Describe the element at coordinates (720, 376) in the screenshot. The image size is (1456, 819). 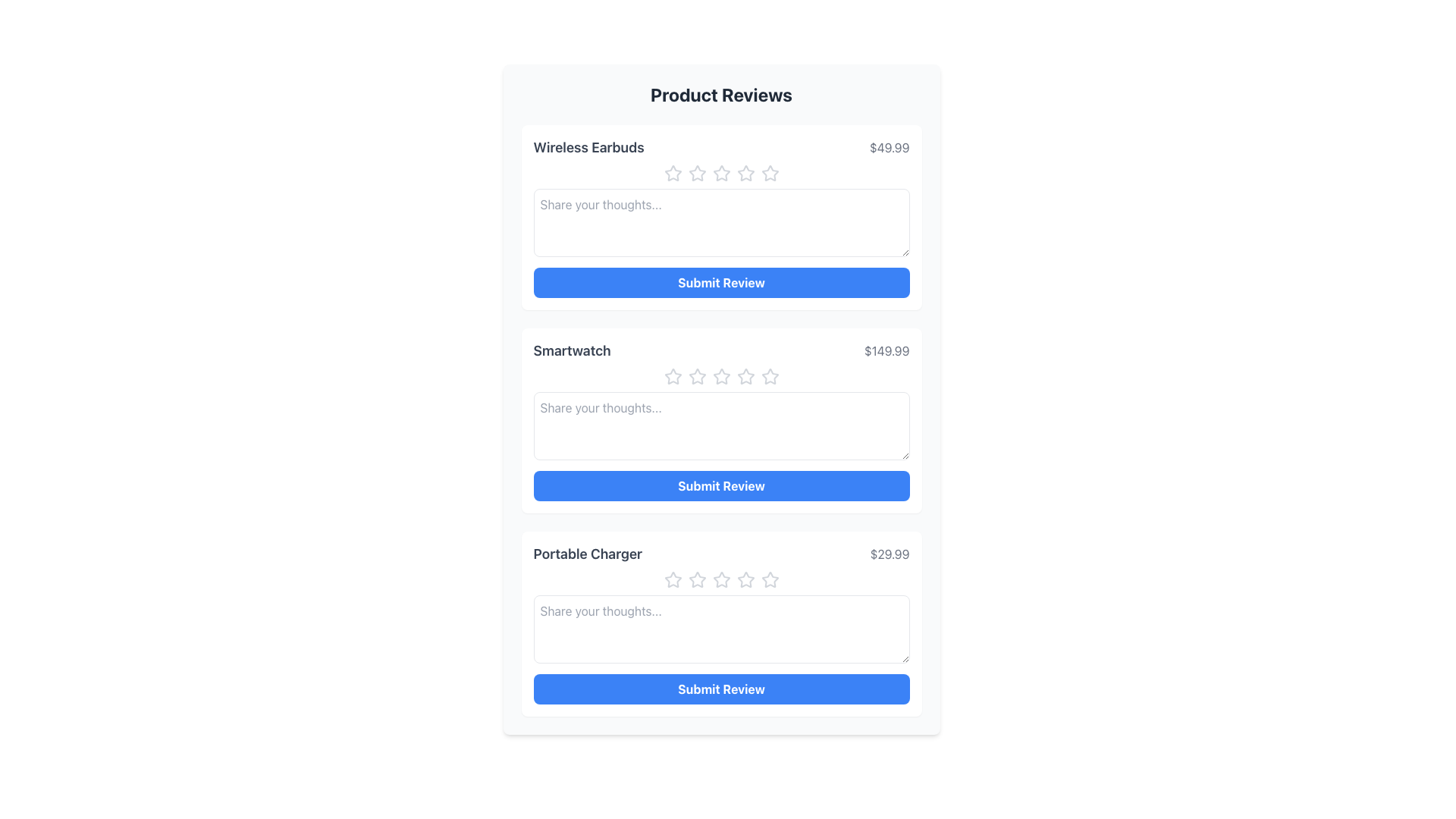
I see `the third star-shaped rating icon in the 'Smartwatch' review card to rate it` at that location.